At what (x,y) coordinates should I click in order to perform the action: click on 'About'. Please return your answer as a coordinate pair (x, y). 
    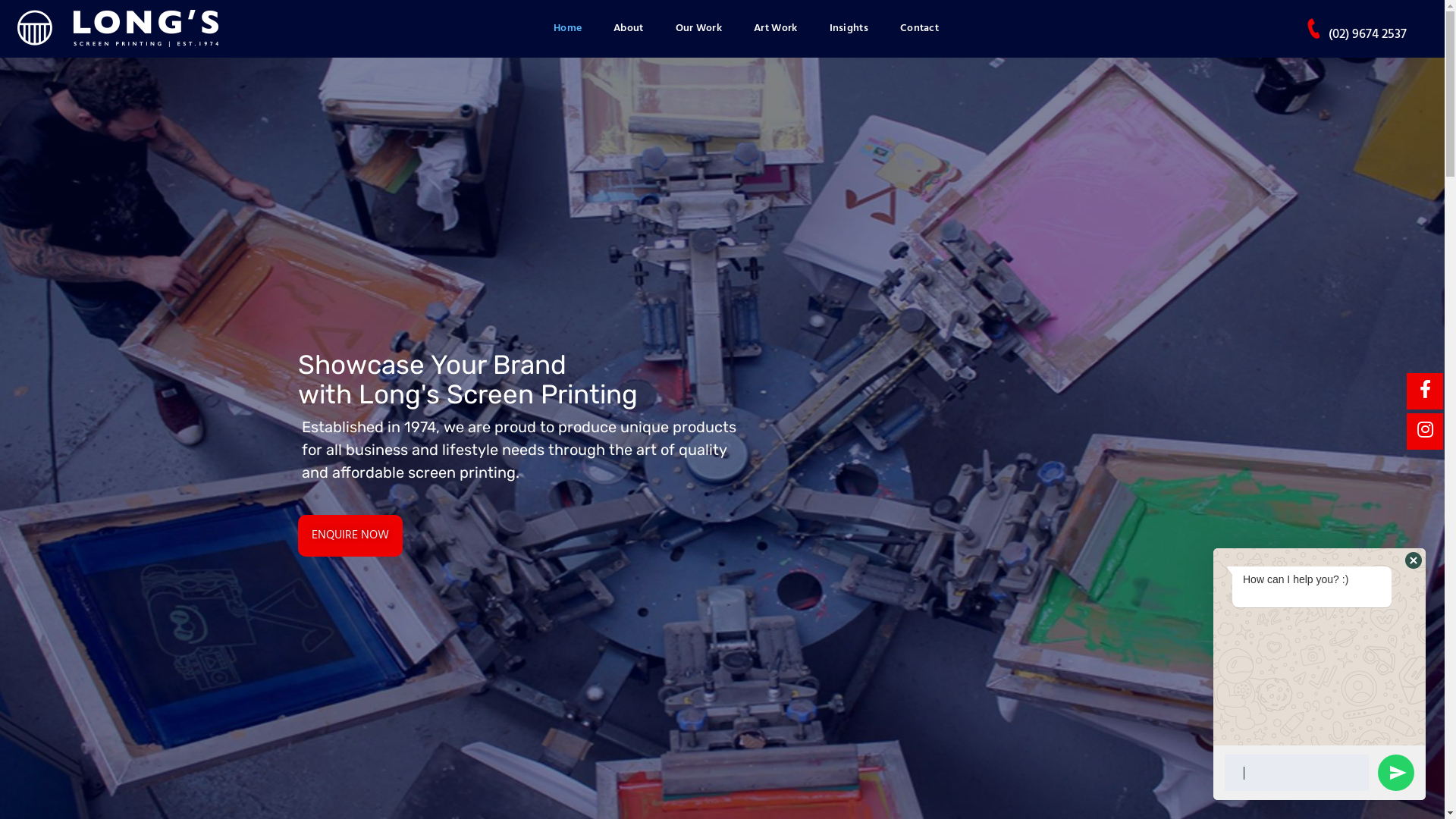
    Looking at the image, I should click on (629, 29).